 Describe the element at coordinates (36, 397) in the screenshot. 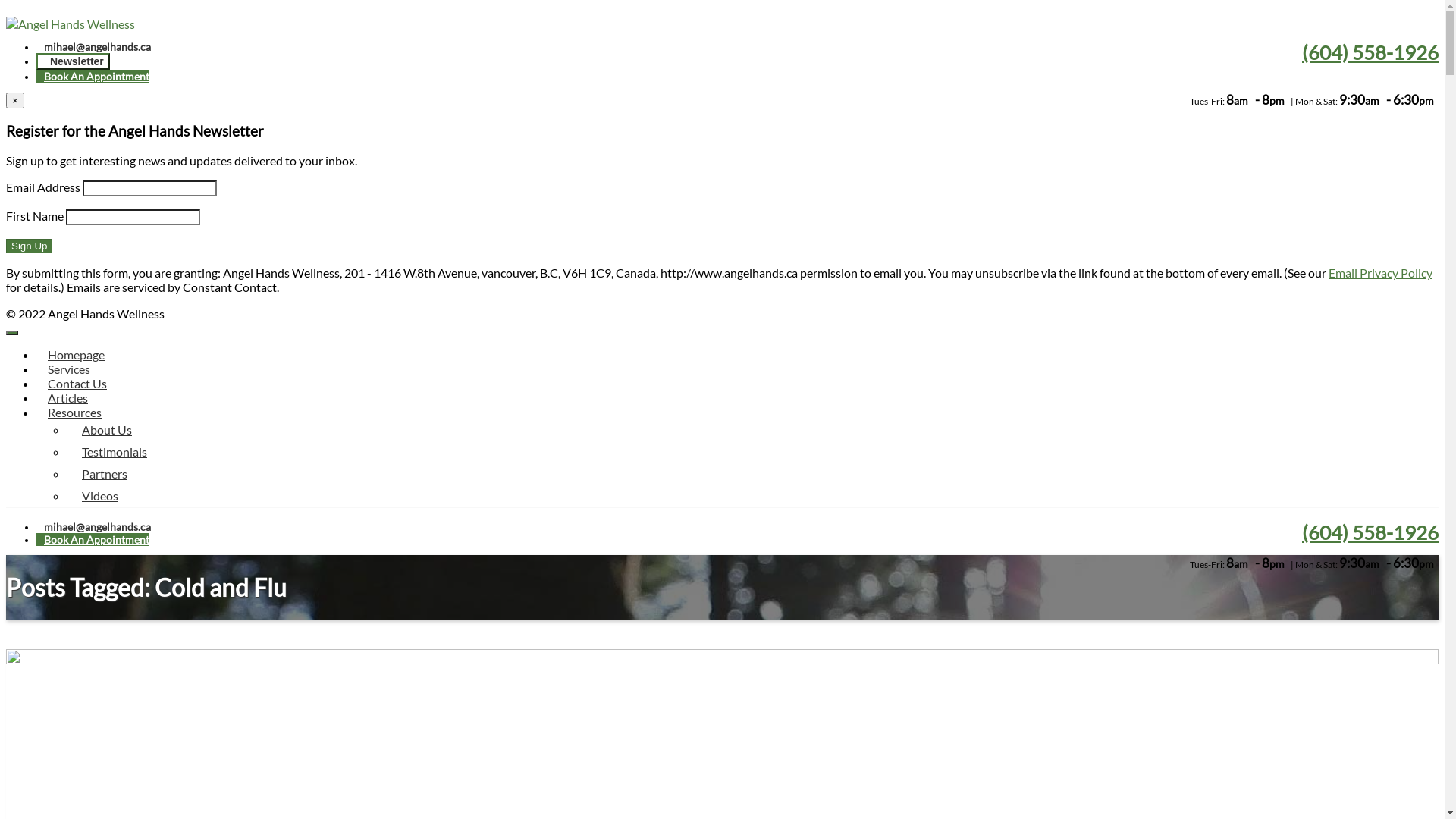

I see `'Articles'` at that location.